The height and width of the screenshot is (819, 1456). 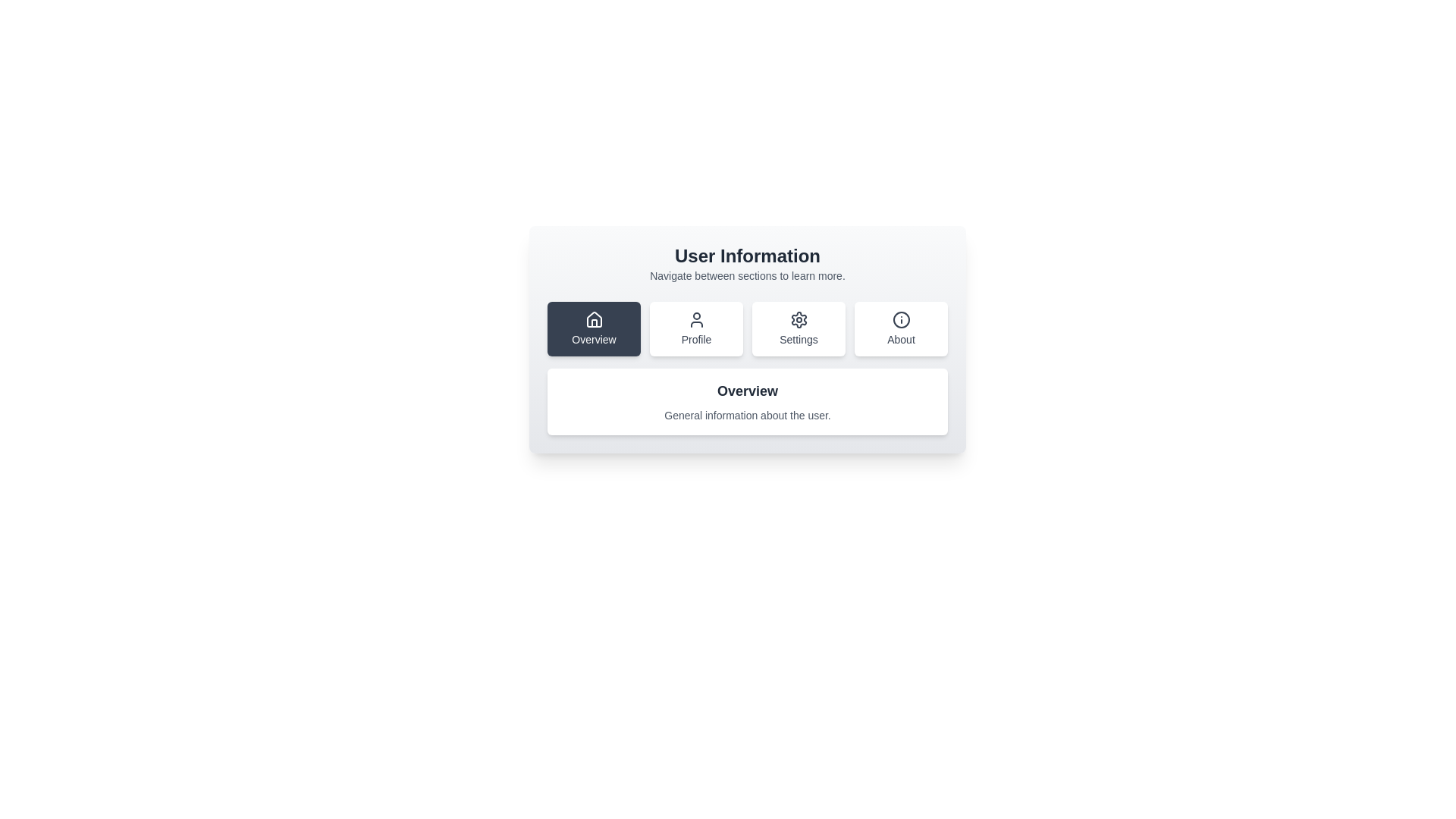 I want to click on the house-shaped icon that signifies the concept of home, located to the left of the 'Overview' button in the navigation bar, so click(x=593, y=322).